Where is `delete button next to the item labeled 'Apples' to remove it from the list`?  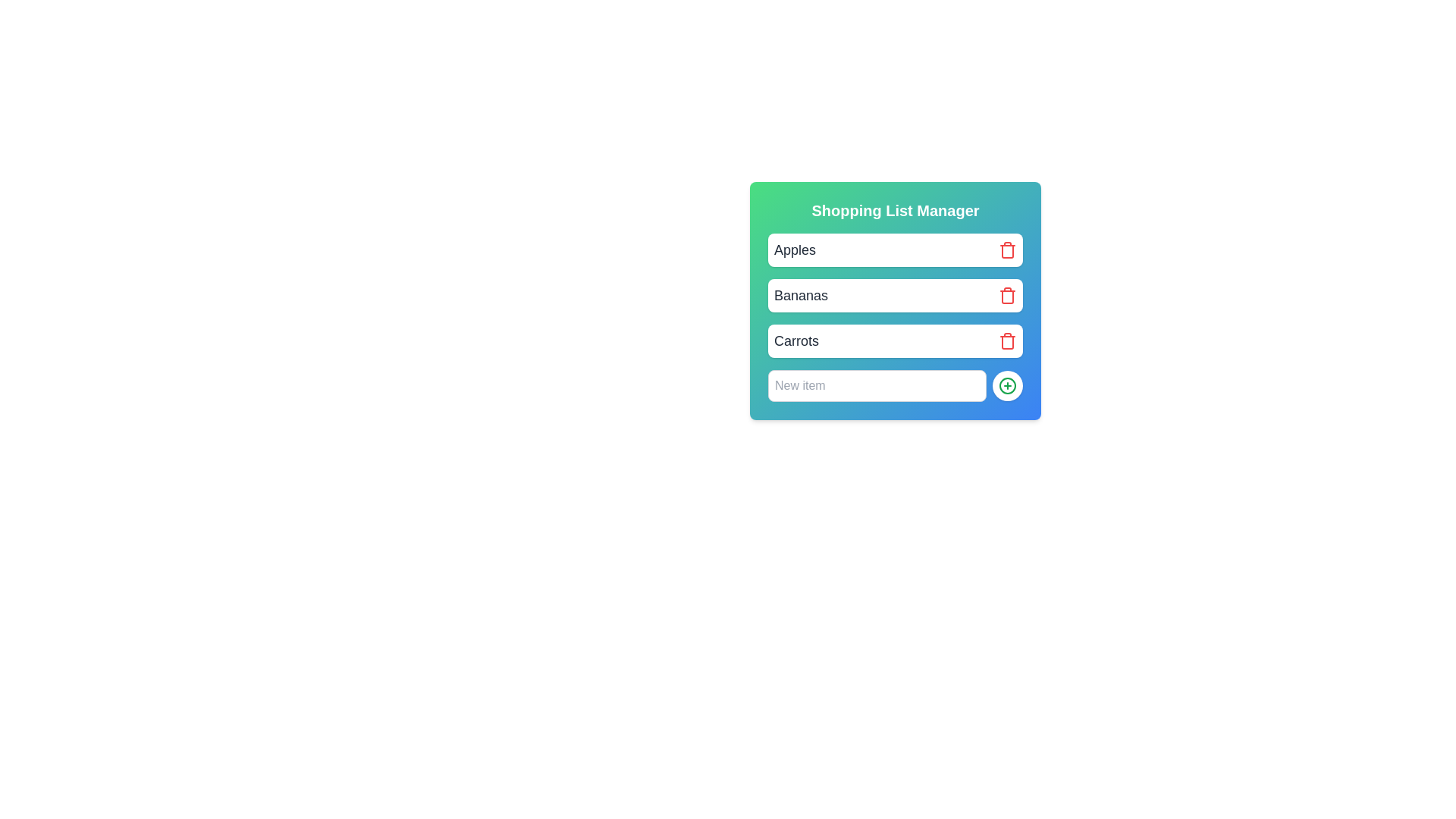 delete button next to the item labeled 'Apples' to remove it from the list is located at coordinates (1008, 249).